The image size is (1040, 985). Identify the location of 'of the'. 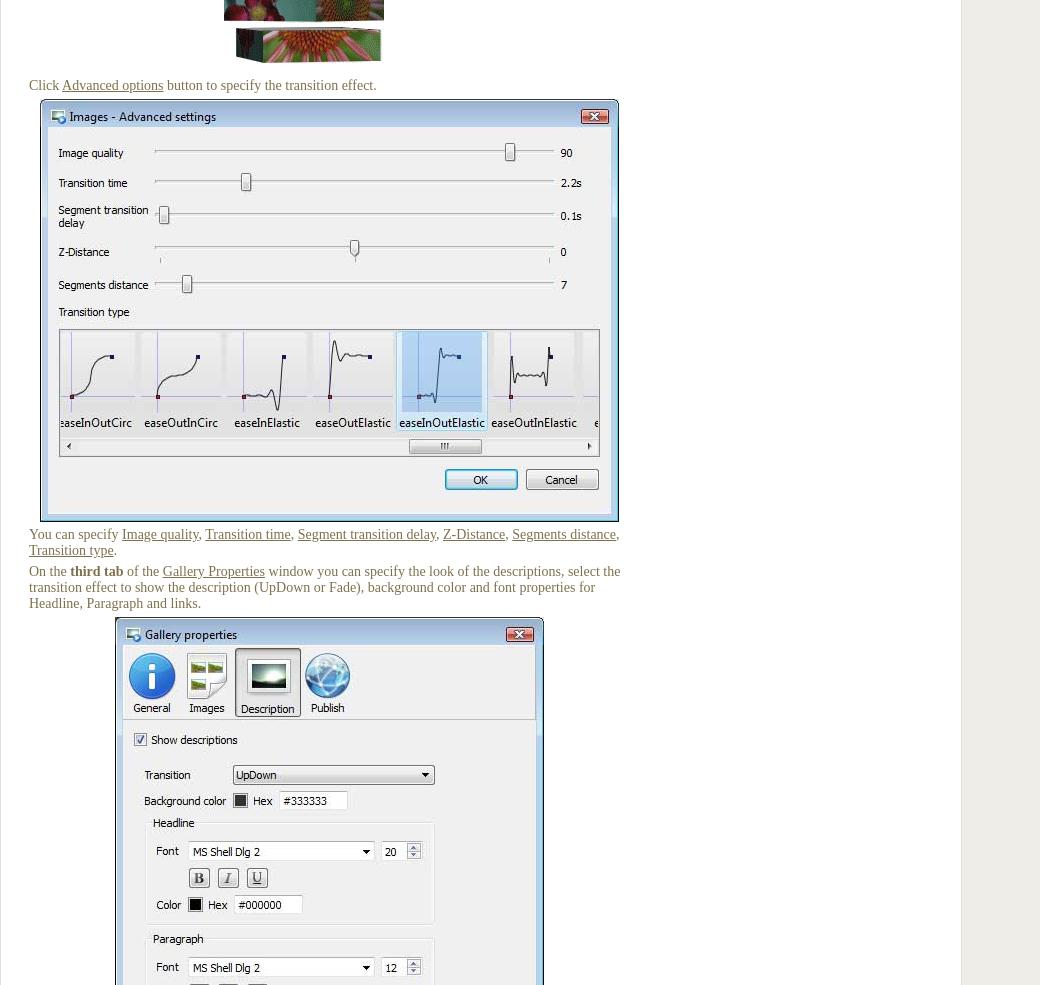
(142, 570).